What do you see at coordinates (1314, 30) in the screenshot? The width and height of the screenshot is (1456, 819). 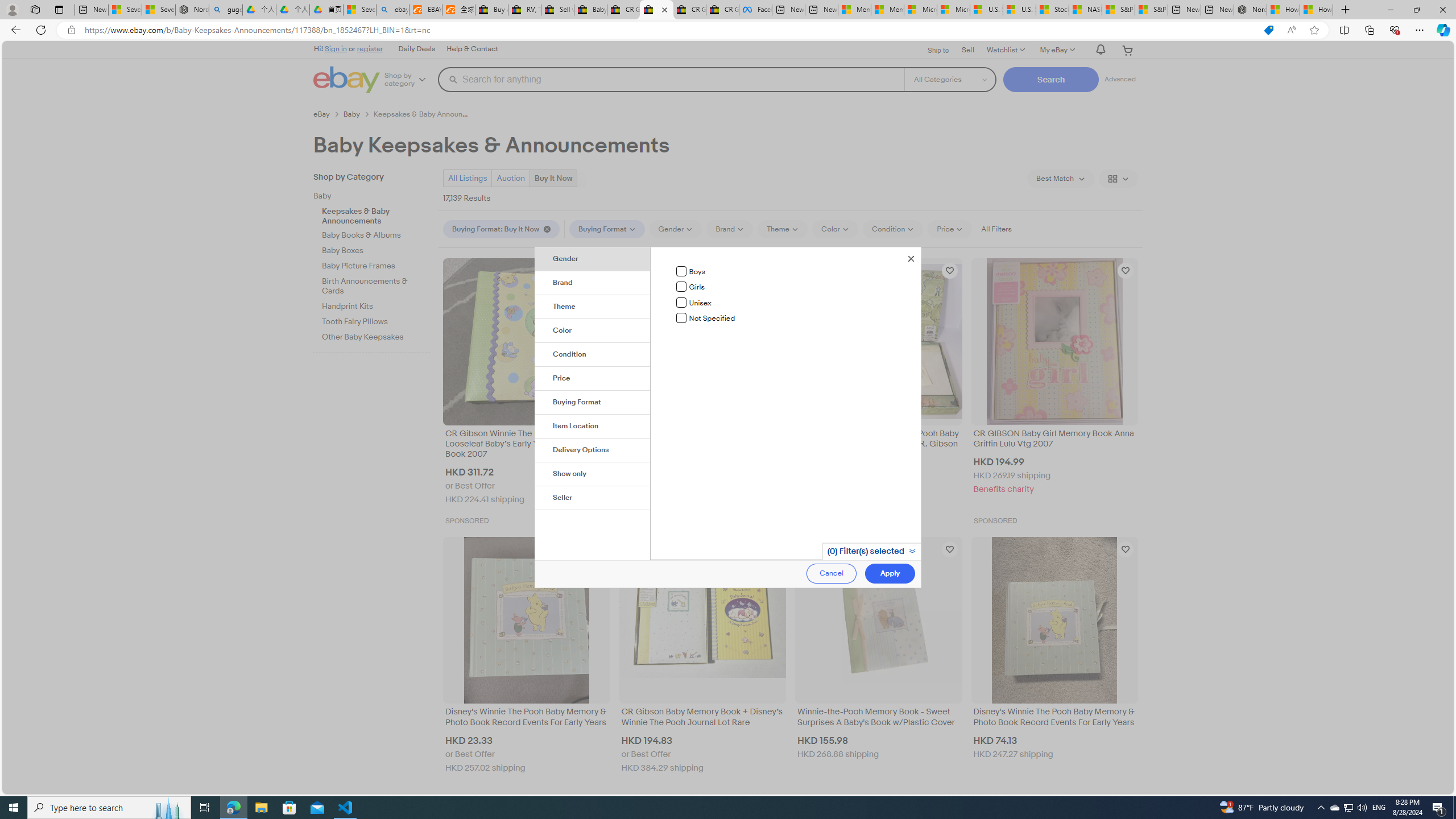 I see `'Add this page to favorites (Ctrl+D)'` at bounding box center [1314, 30].